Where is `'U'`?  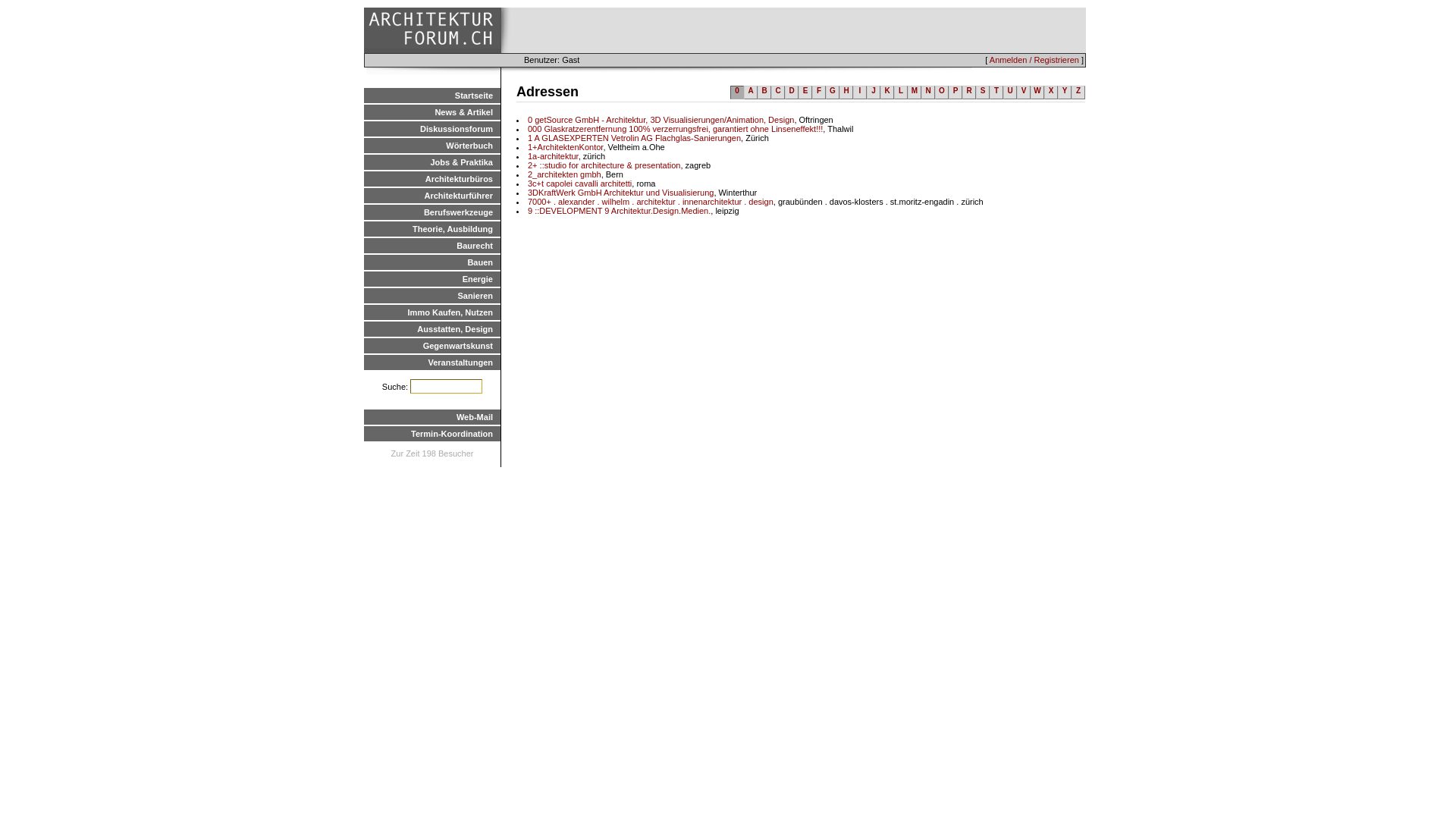
'U' is located at coordinates (1010, 93).